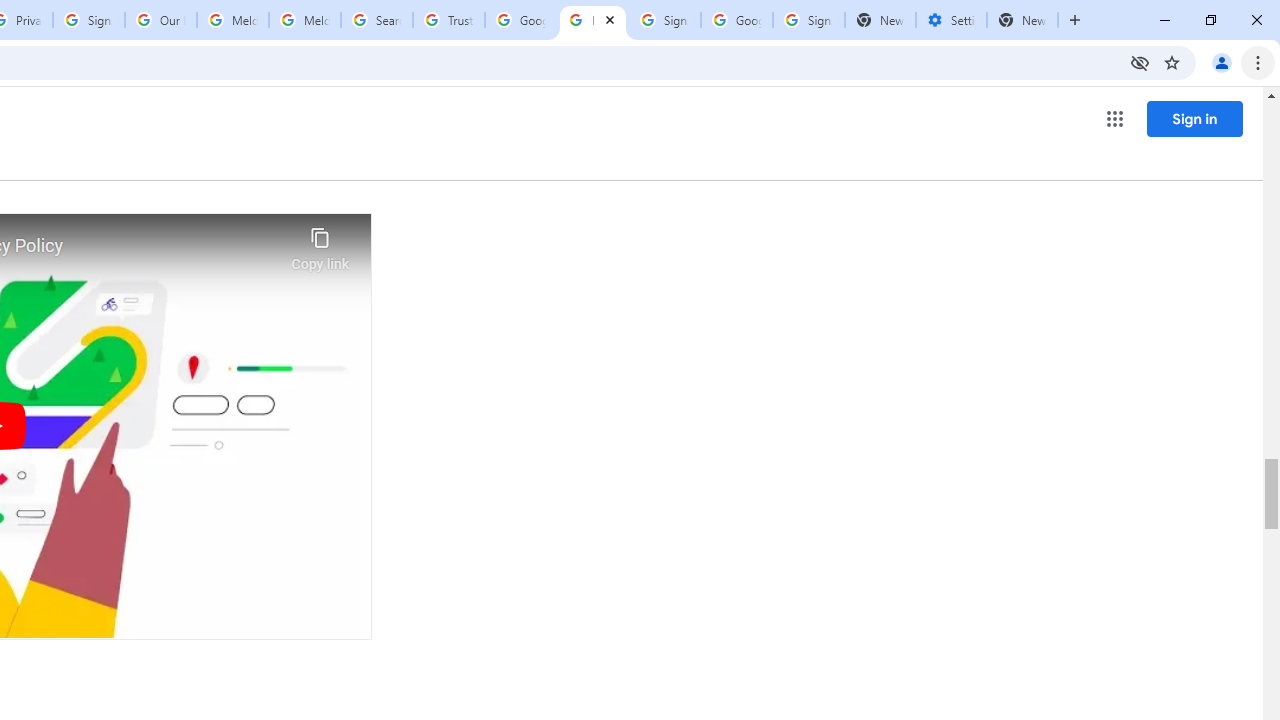 The width and height of the screenshot is (1280, 720). I want to click on 'Copy link', so click(320, 243).